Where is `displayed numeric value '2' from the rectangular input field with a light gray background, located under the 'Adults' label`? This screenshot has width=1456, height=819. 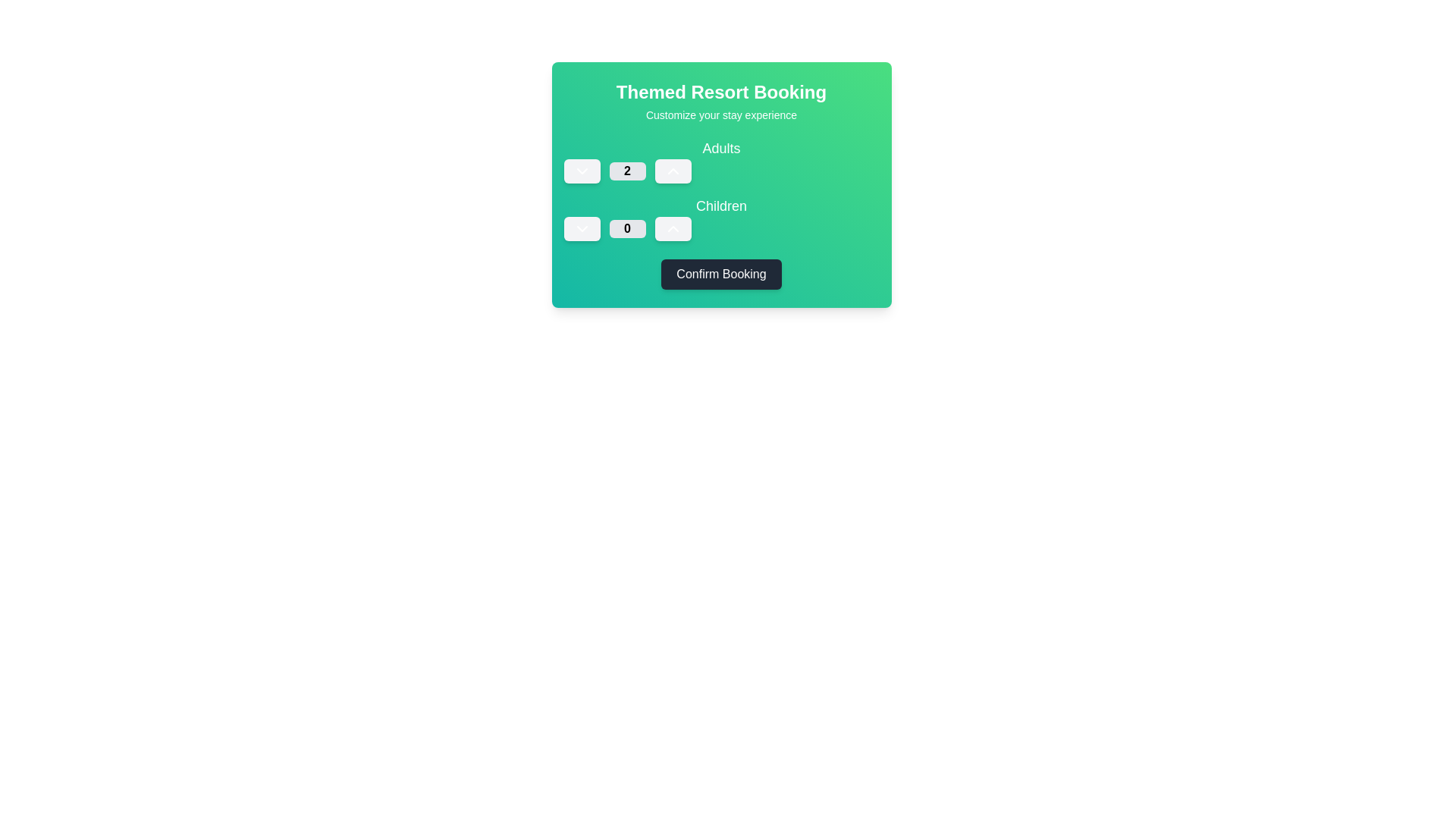 displayed numeric value '2' from the rectangular input field with a light gray background, located under the 'Adults' label is located at coordinates (627, 171).